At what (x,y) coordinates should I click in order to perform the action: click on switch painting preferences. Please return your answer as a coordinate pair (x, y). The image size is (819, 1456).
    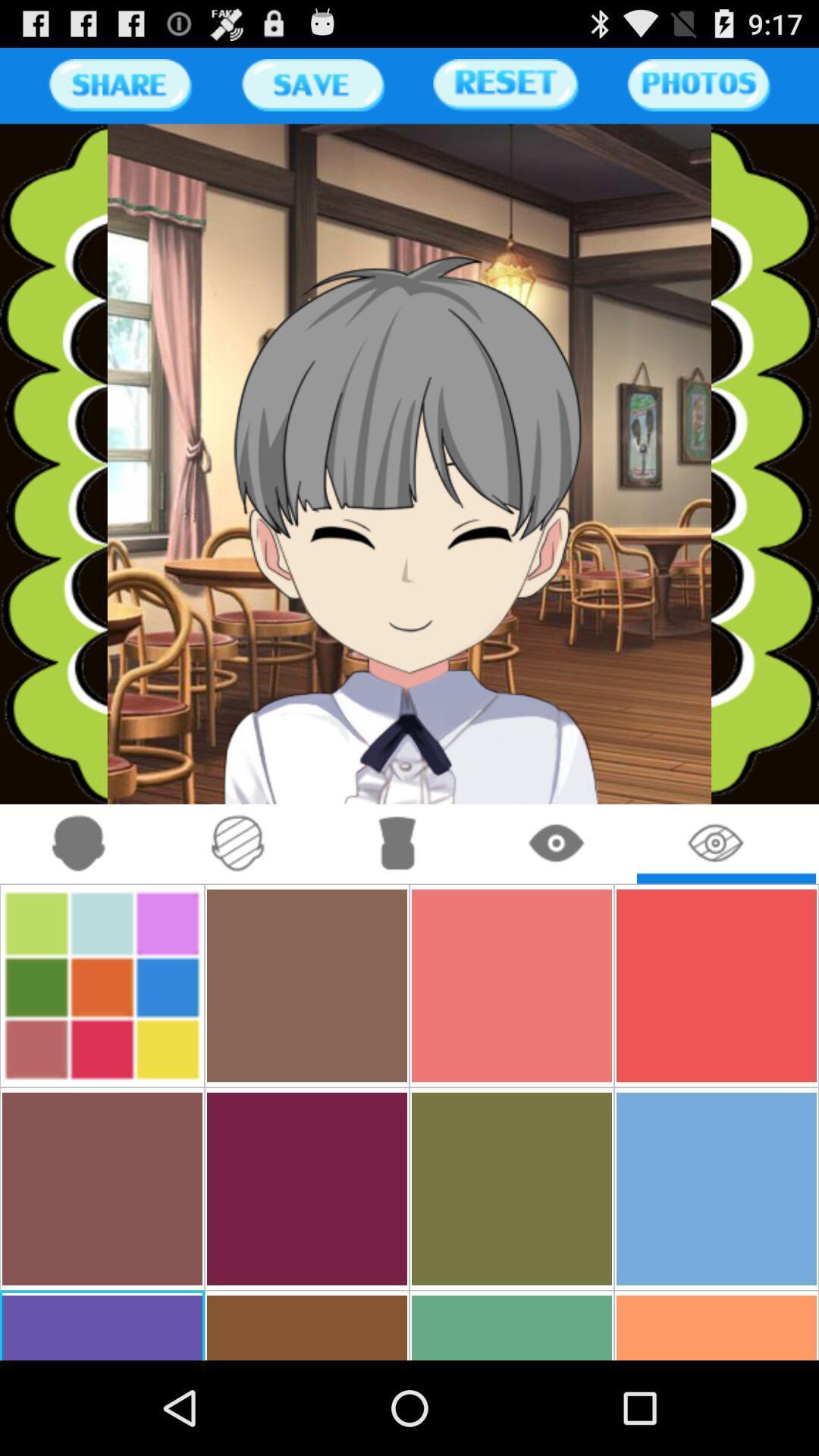
    Looking at the image, I should click on (239, 843).